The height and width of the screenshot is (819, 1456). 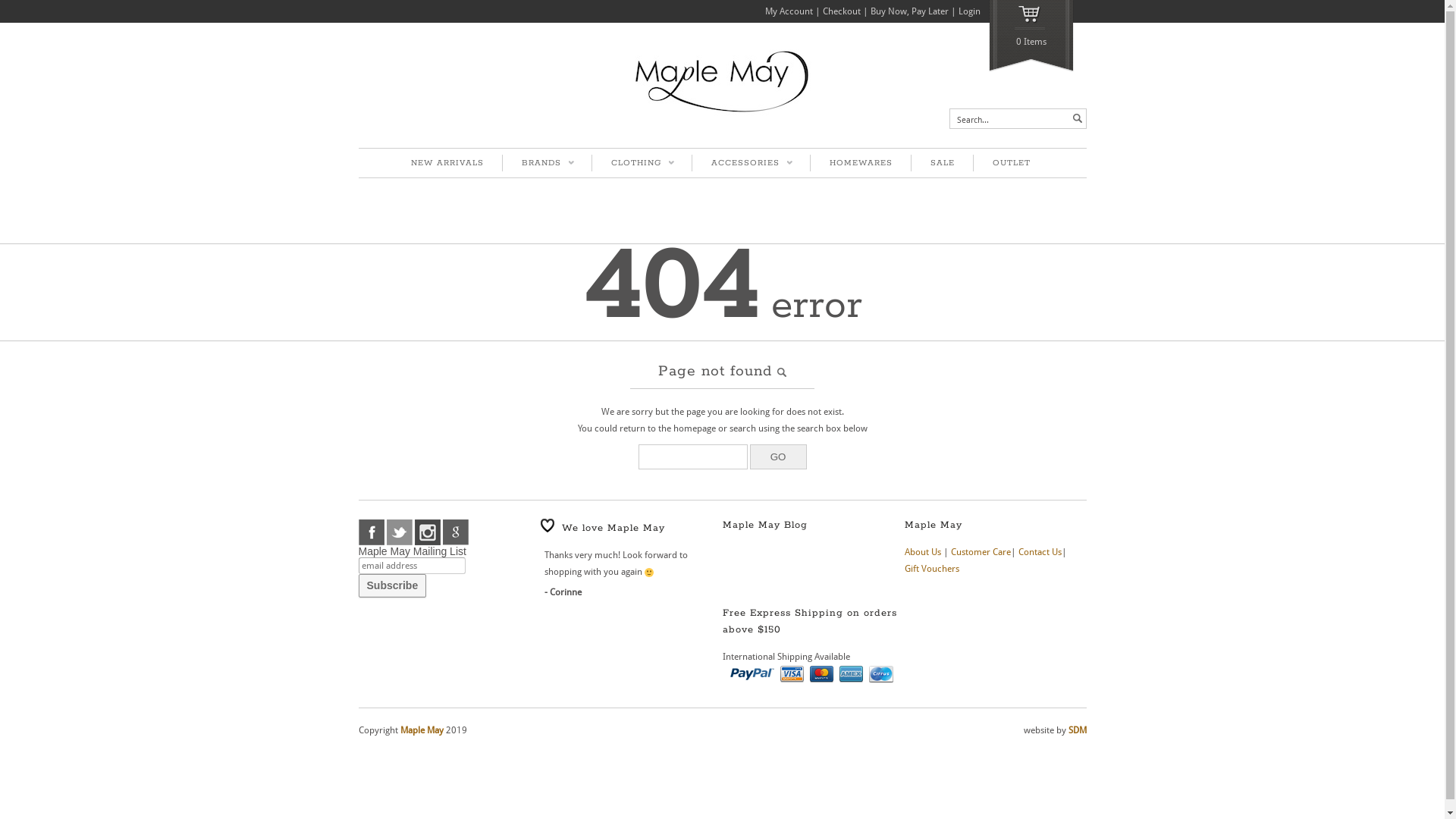 I want to click on 'Customer Care', so click(x=981, y=552).